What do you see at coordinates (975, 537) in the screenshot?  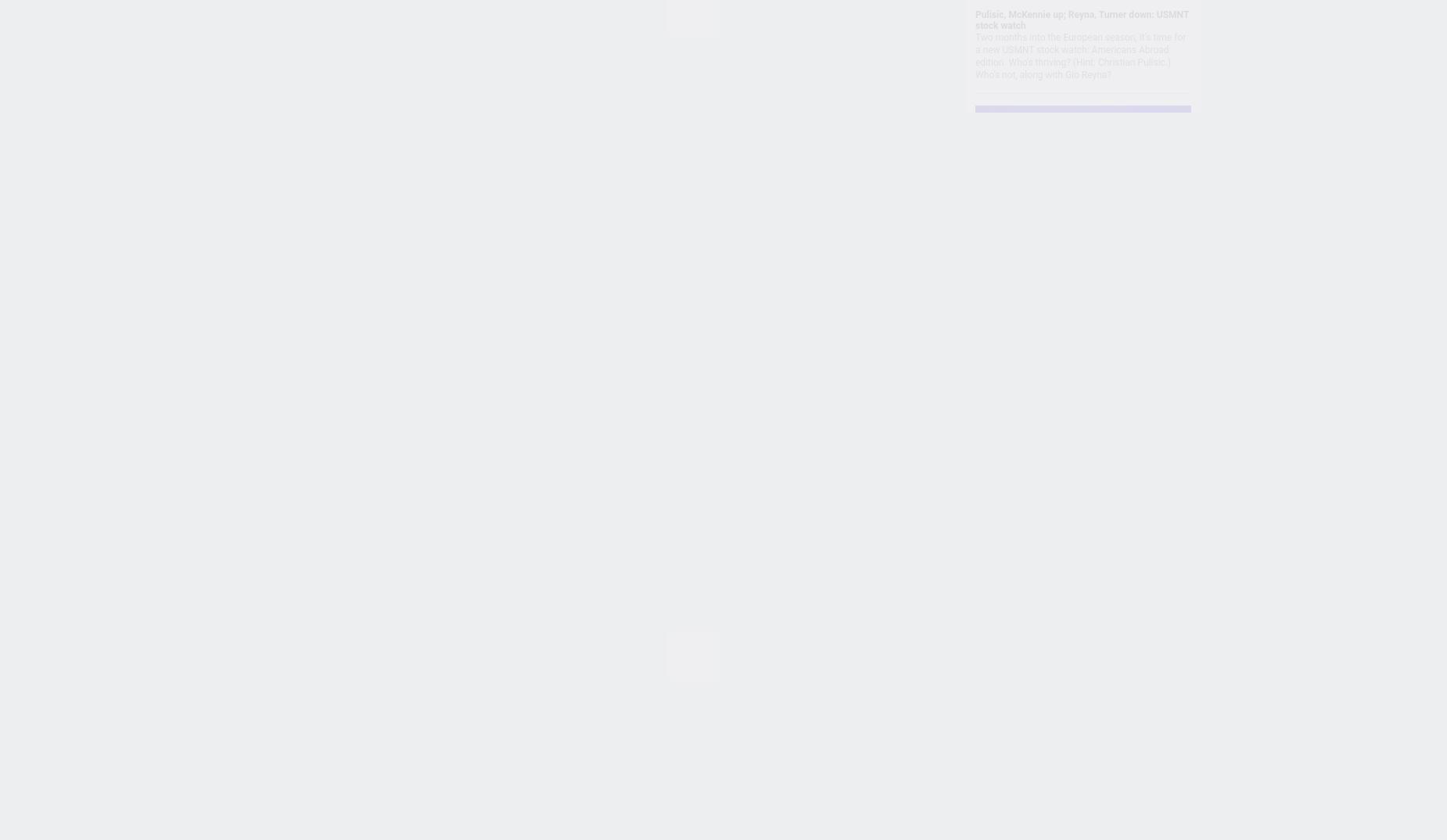 I see `'After a brief hiatus thanks to the winter World Cup in Qatar, ESPN presents its seventh annual ranking of the best men's players and coaches in world soccer! Welcome to FC 100.'` at bounding box center [975, 537].